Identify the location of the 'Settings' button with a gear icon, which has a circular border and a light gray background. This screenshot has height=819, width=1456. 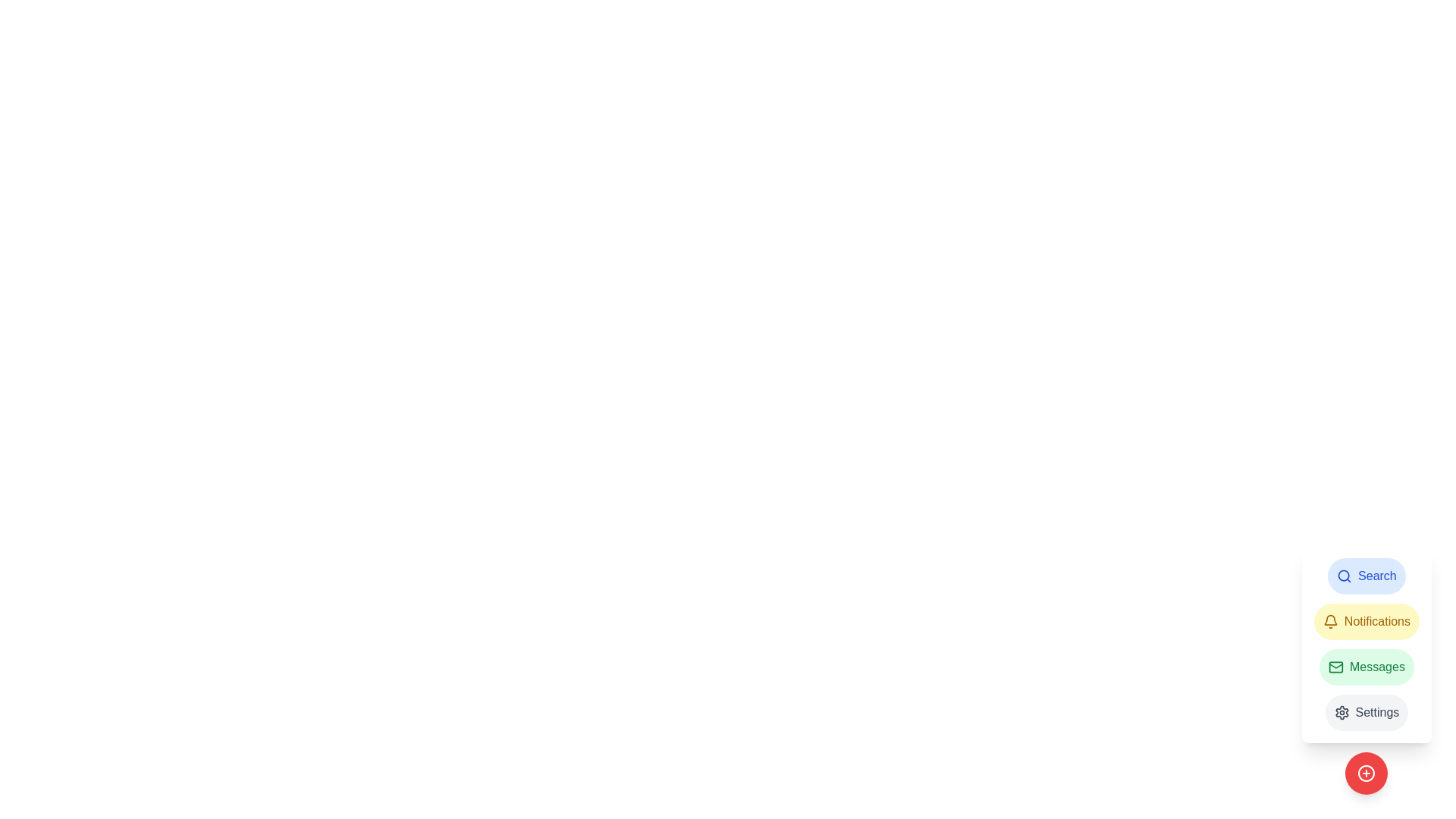
(1367, 713).